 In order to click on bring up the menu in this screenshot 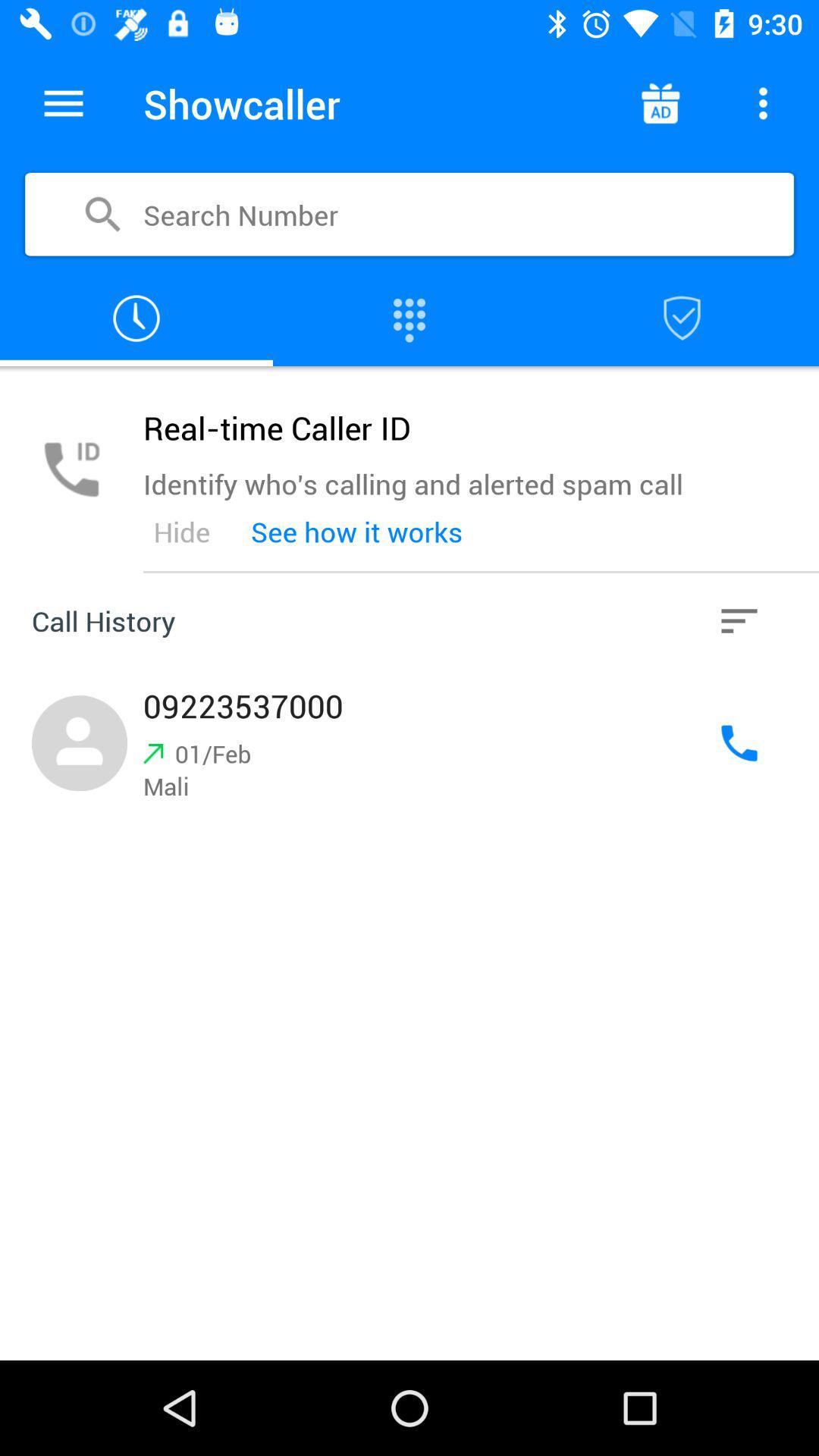, I will do `click(63, 102)`.